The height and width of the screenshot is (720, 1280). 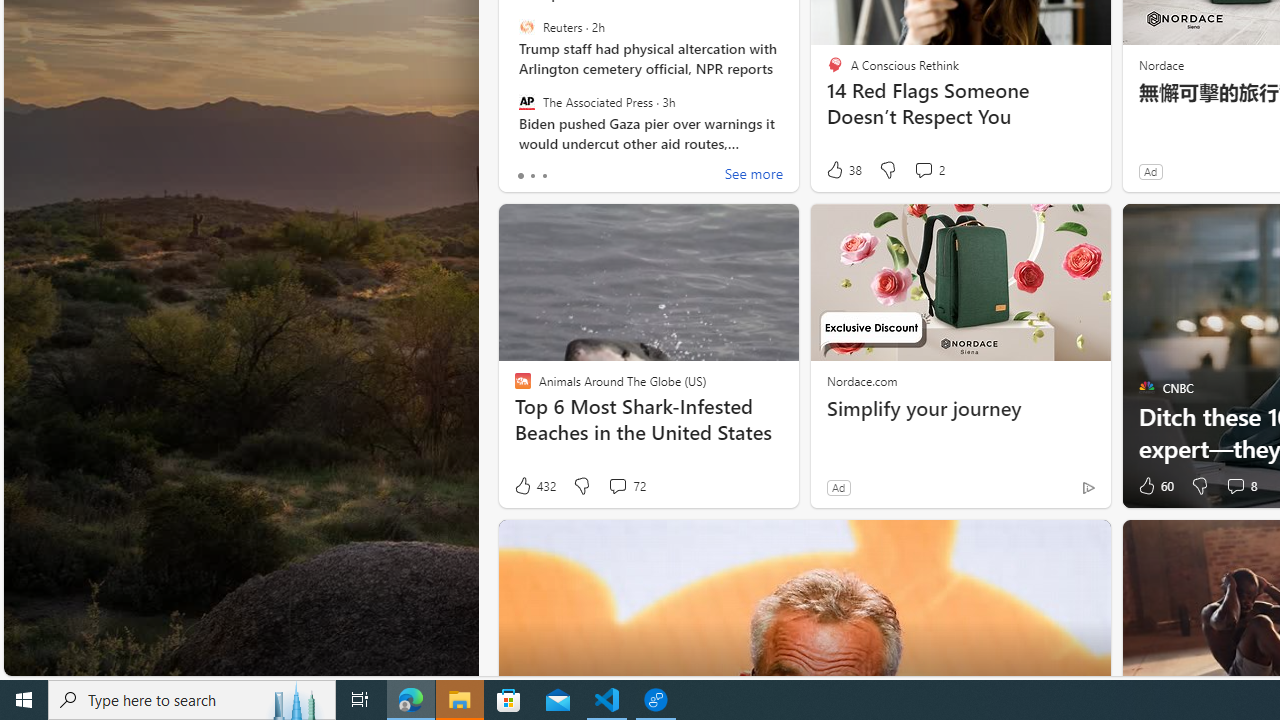 What do you see at coordinates (1239, 486) in the screenshot?
I see `'View comments 8 Comment'` at bounding box center [1239, 486].